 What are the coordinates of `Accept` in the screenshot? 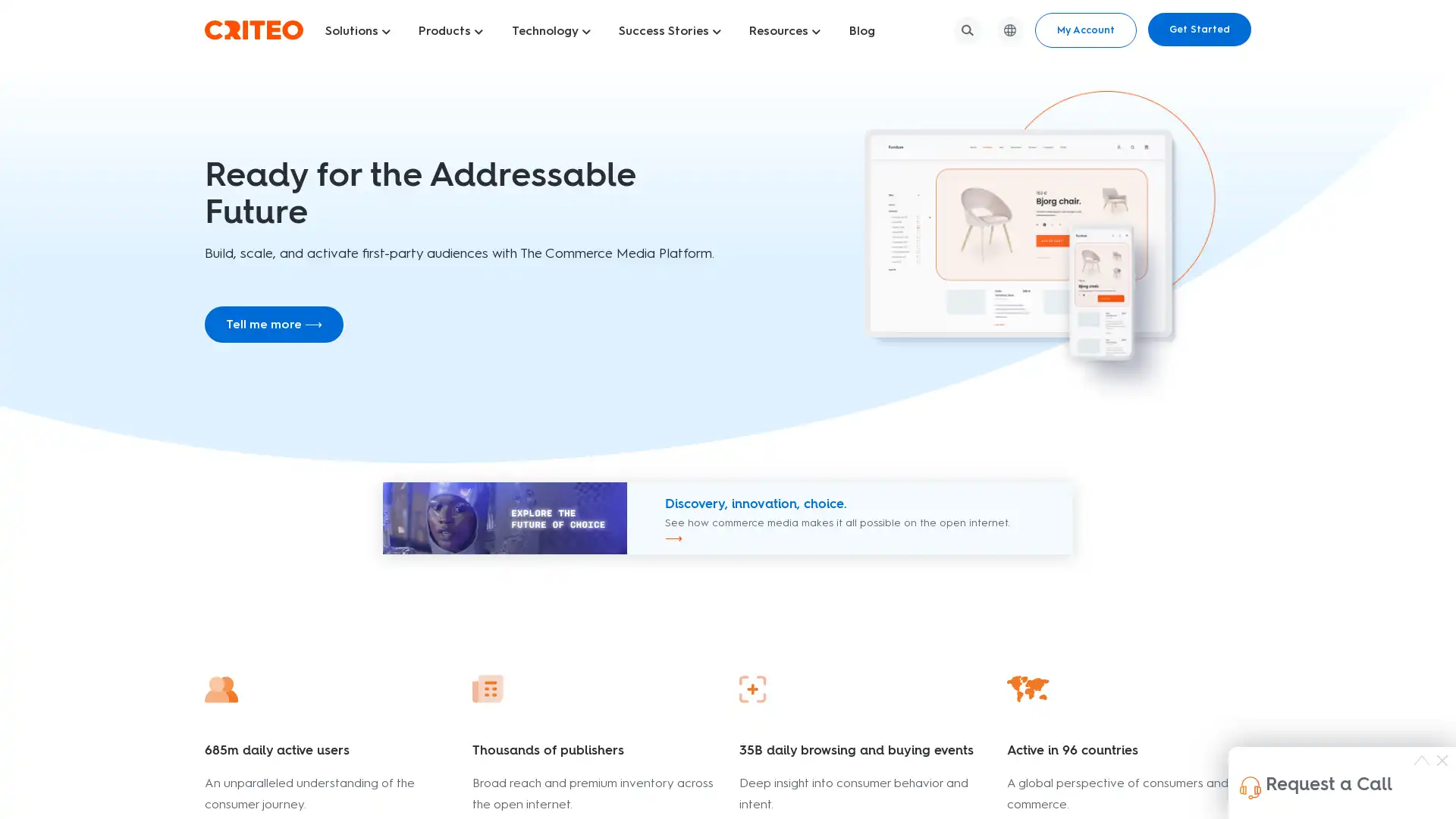 It's located at (1116, 786).